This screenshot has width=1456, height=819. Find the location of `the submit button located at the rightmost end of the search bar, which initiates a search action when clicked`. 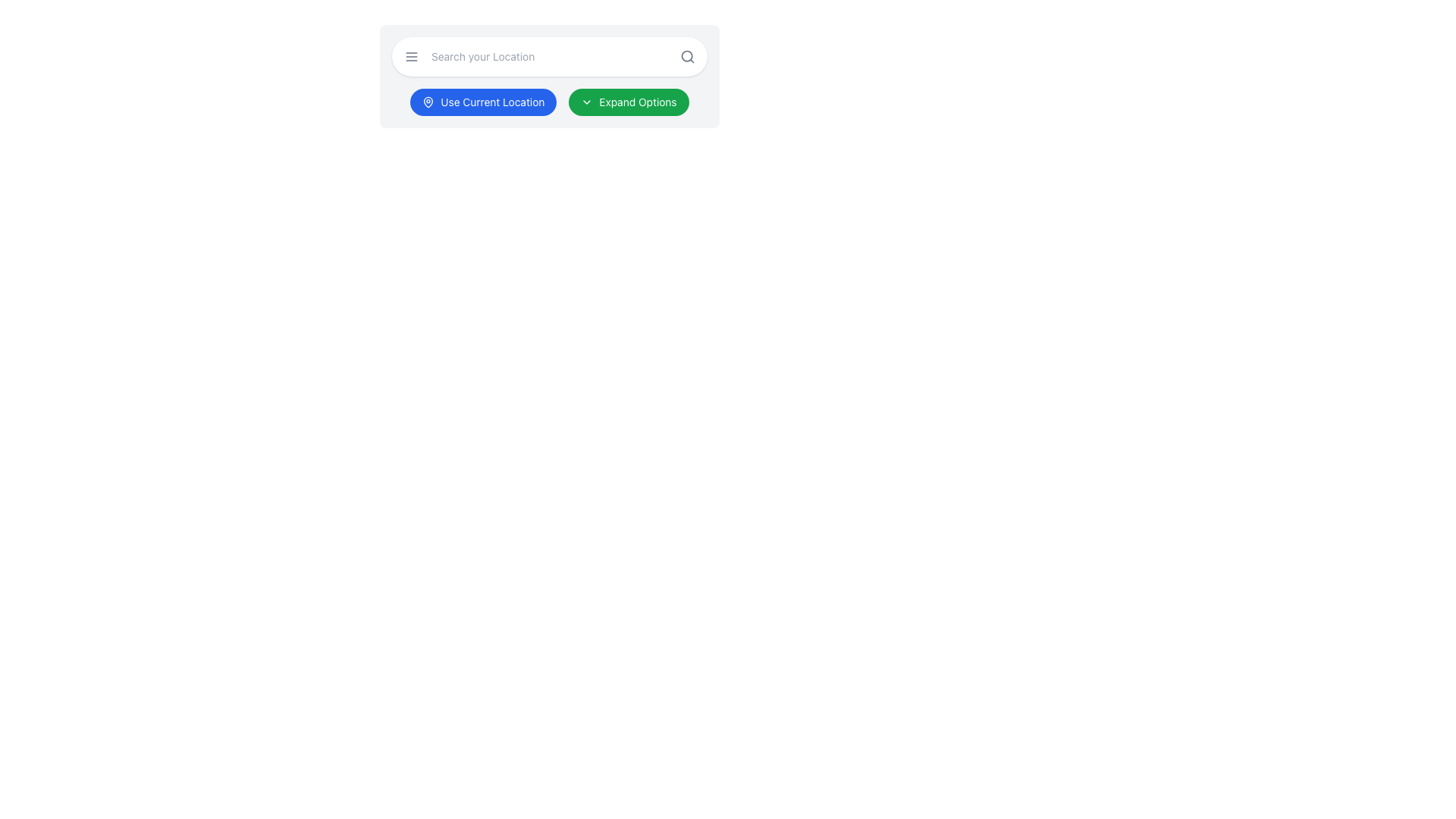

the submit button located at the rightmost end of the search bar, which initiates a search action when clicked is located at coordinates (687, 55).